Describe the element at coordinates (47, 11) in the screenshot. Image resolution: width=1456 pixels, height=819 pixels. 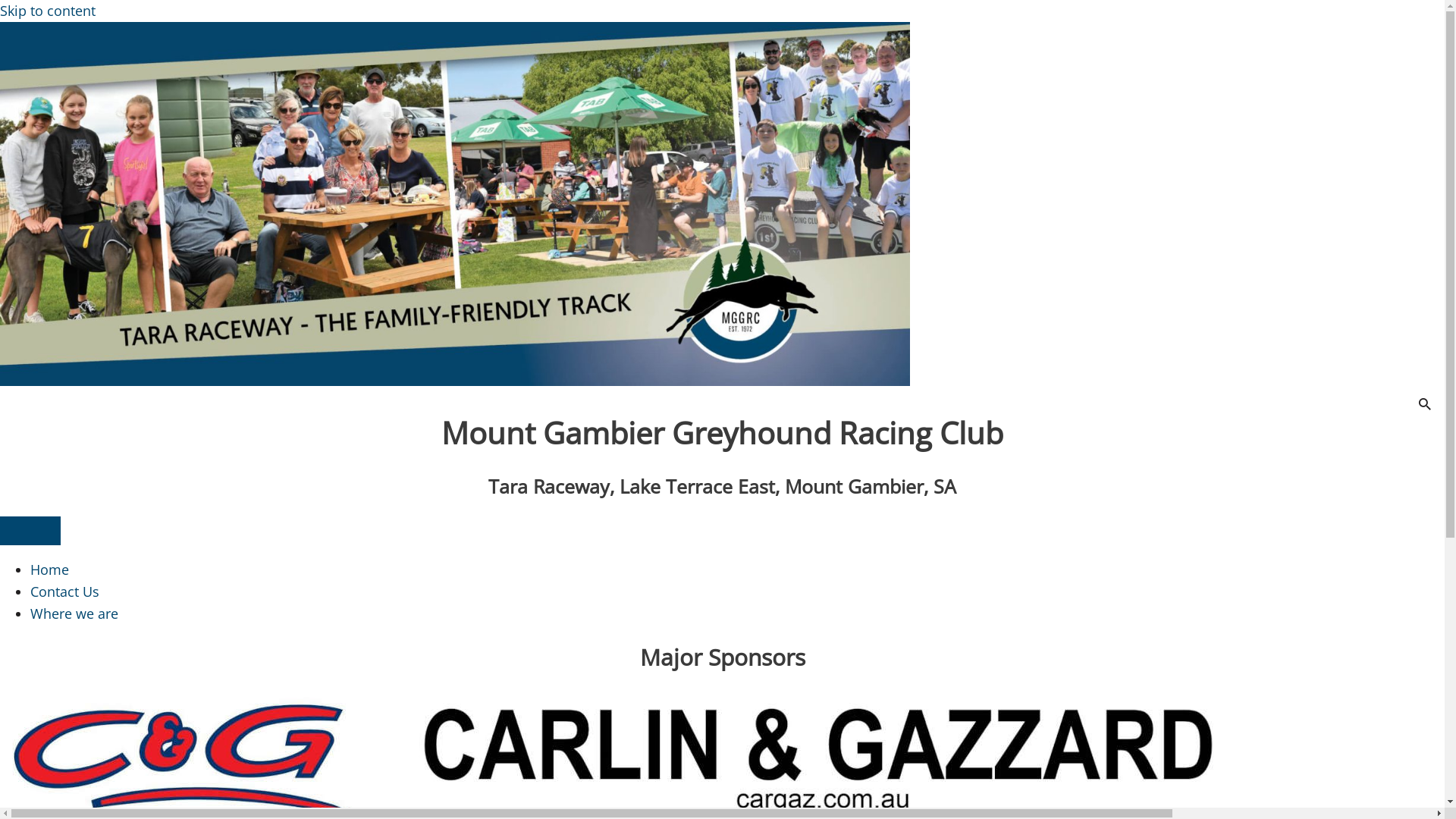
I see `'Skip to content'` at that location.